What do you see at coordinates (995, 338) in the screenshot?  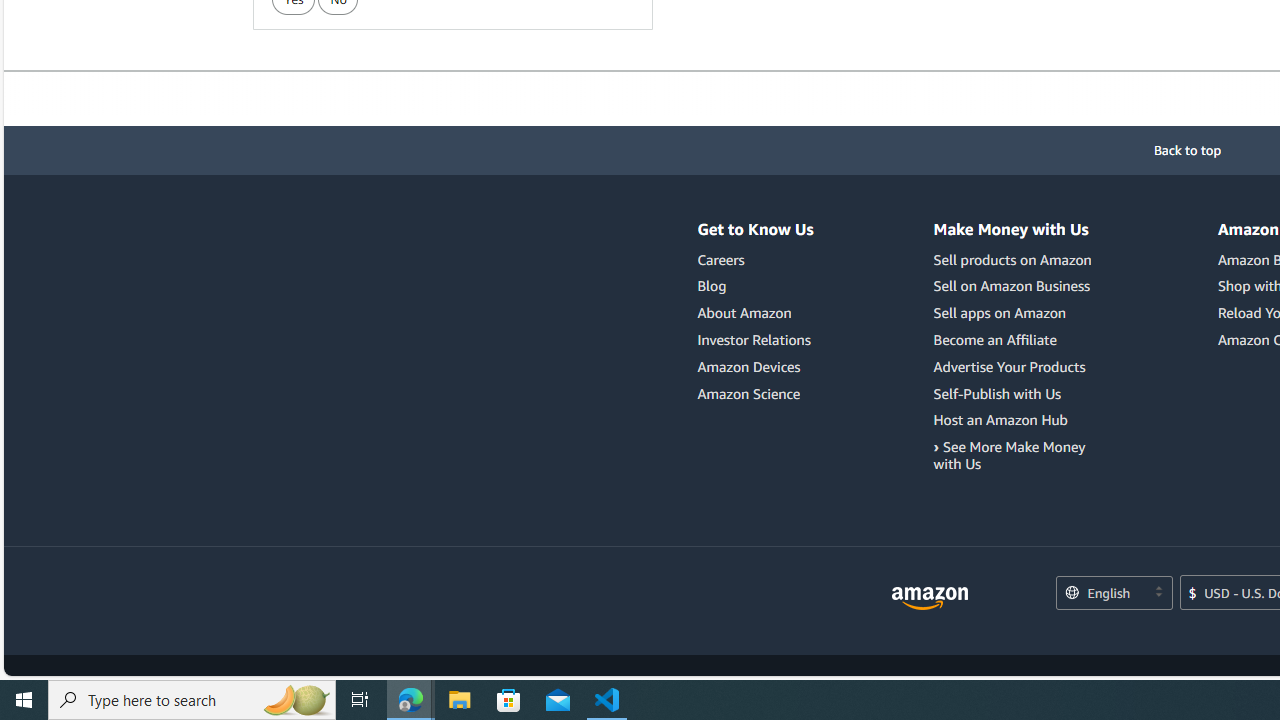 I see `'Become an Affiliate'` at bounding box center [995, 338].